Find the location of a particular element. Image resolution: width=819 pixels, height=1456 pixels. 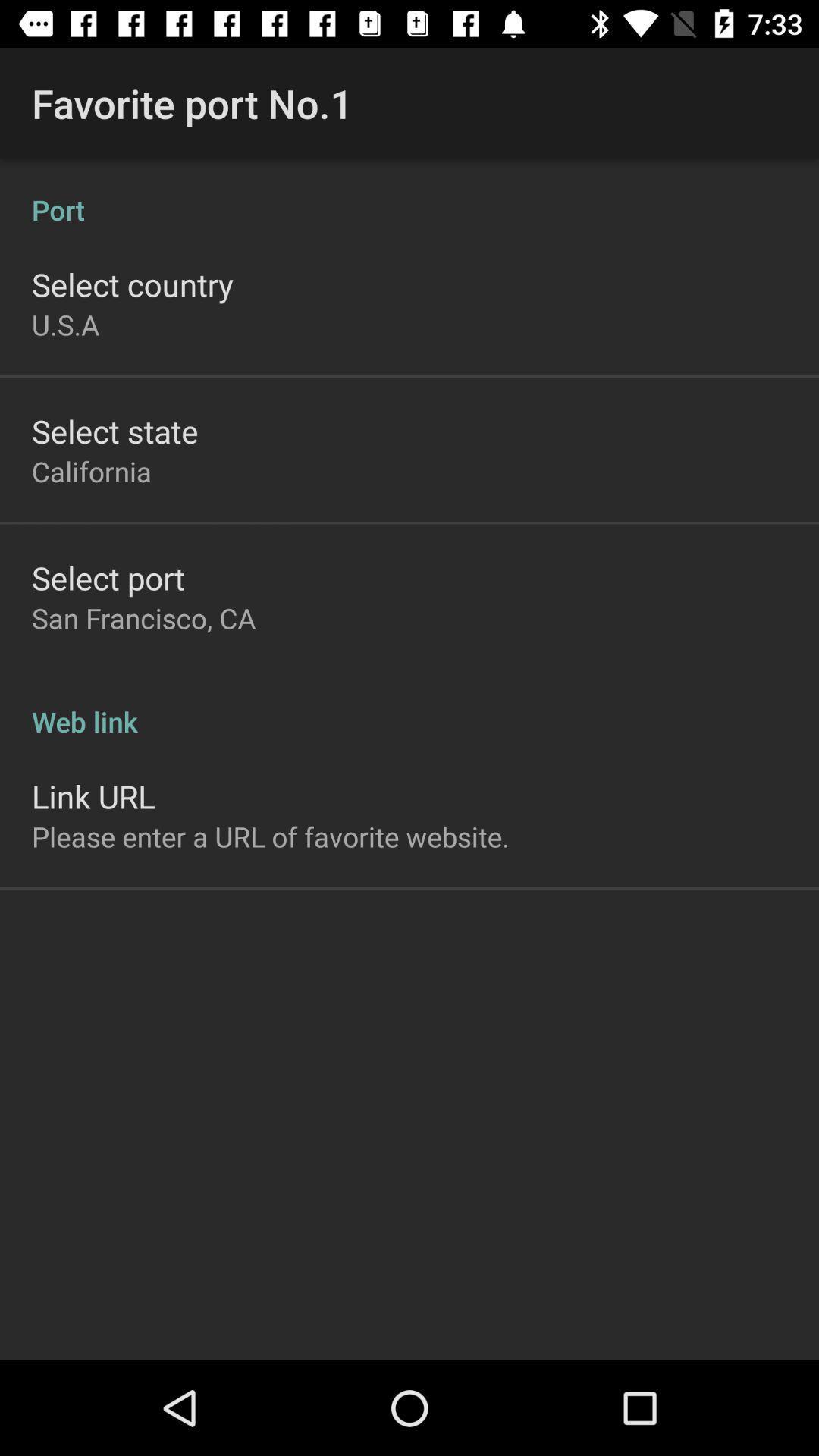

icon below the select state icon is located at coordinates (92, 470).